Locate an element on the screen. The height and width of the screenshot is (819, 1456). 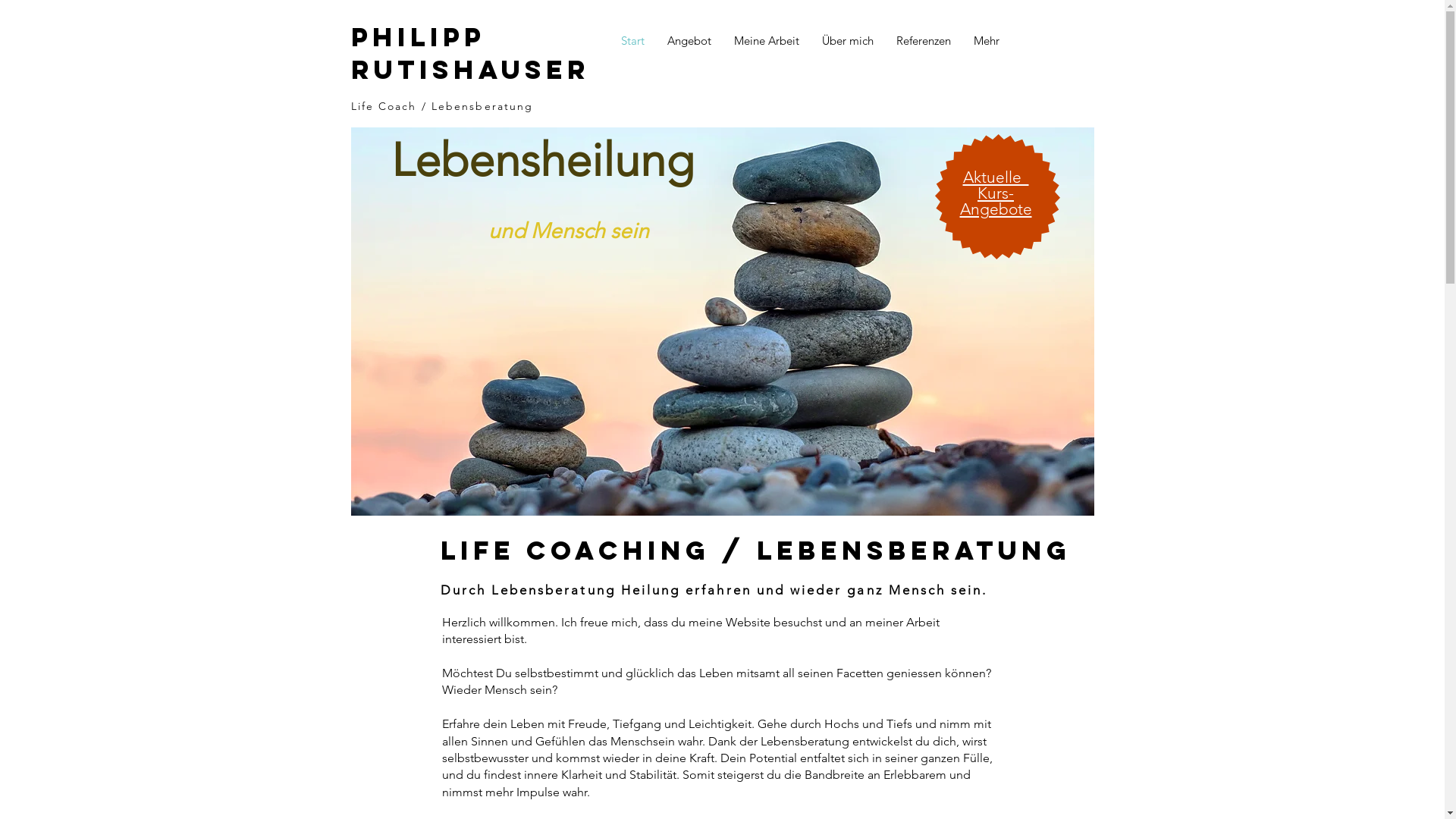
'Start' is located at coordinates (632, 40).